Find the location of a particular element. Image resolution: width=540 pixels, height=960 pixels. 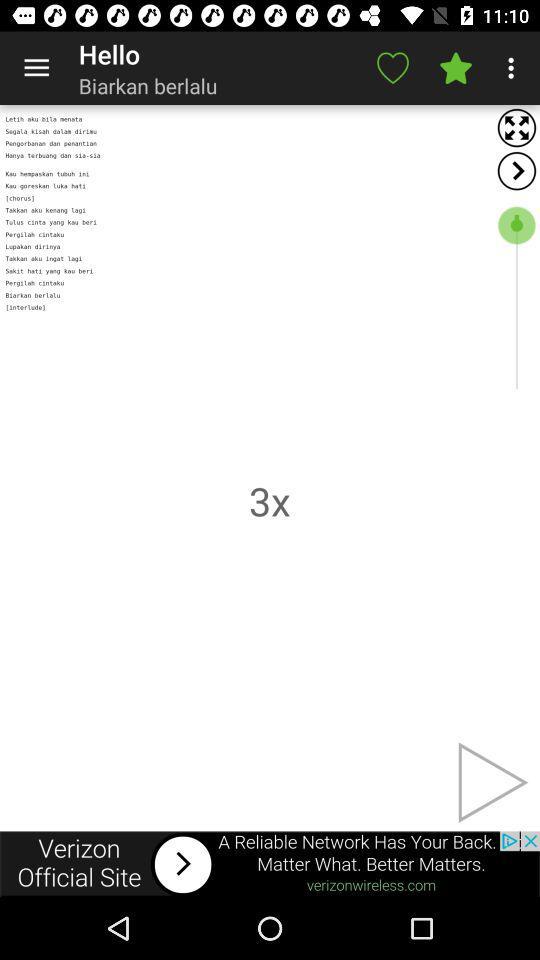

advertisement display is located at coordinates (270, 863).